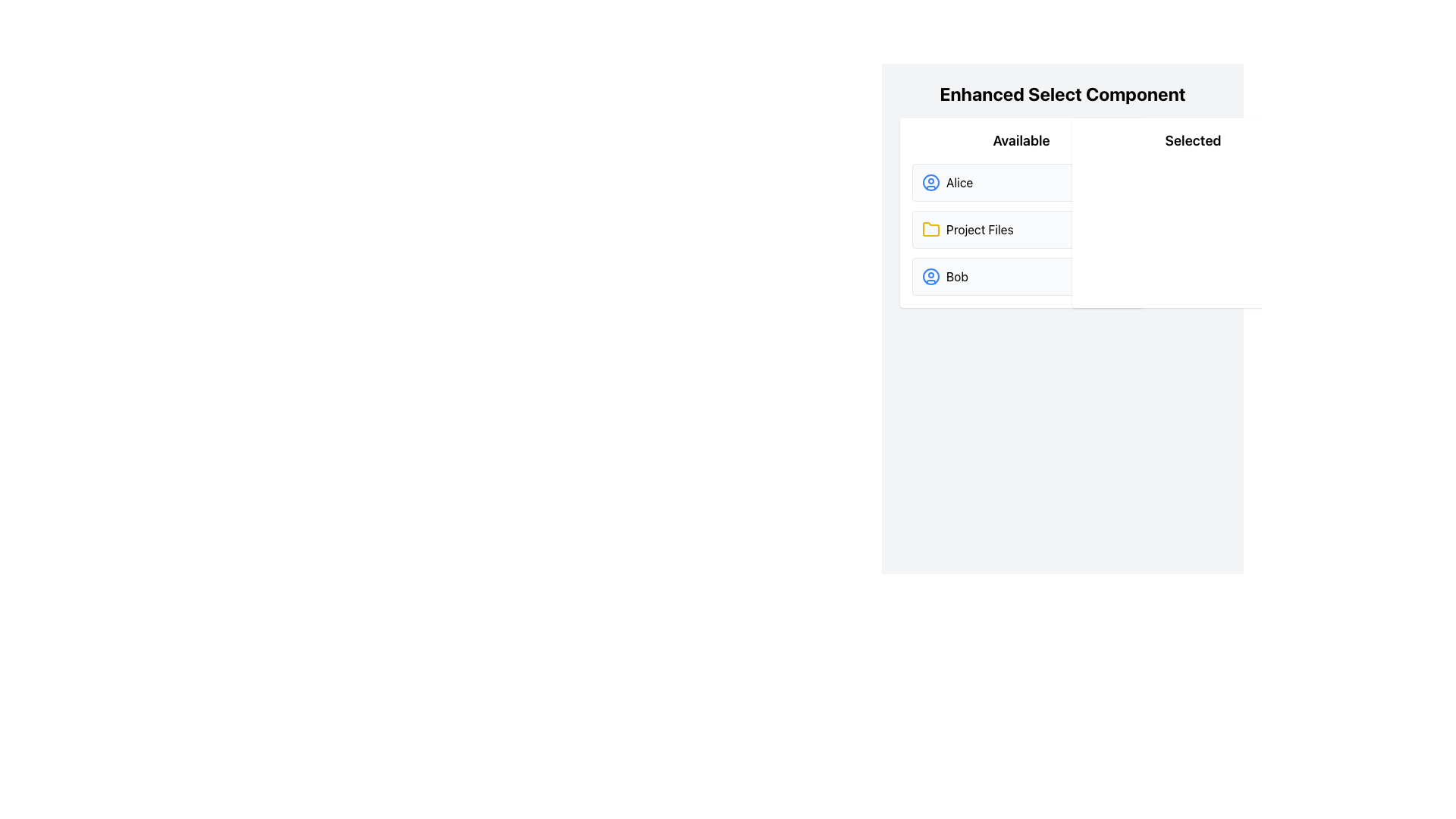 The width and height of the screenshot is (1456, 819). Describe the element at coordinates (1021, 213) in the screenshot. I see `and drop the 'Project Files' list item, which has a yellow folder icon and a green 'Add' button, from its position in the left panel under 'Available'` at that location.